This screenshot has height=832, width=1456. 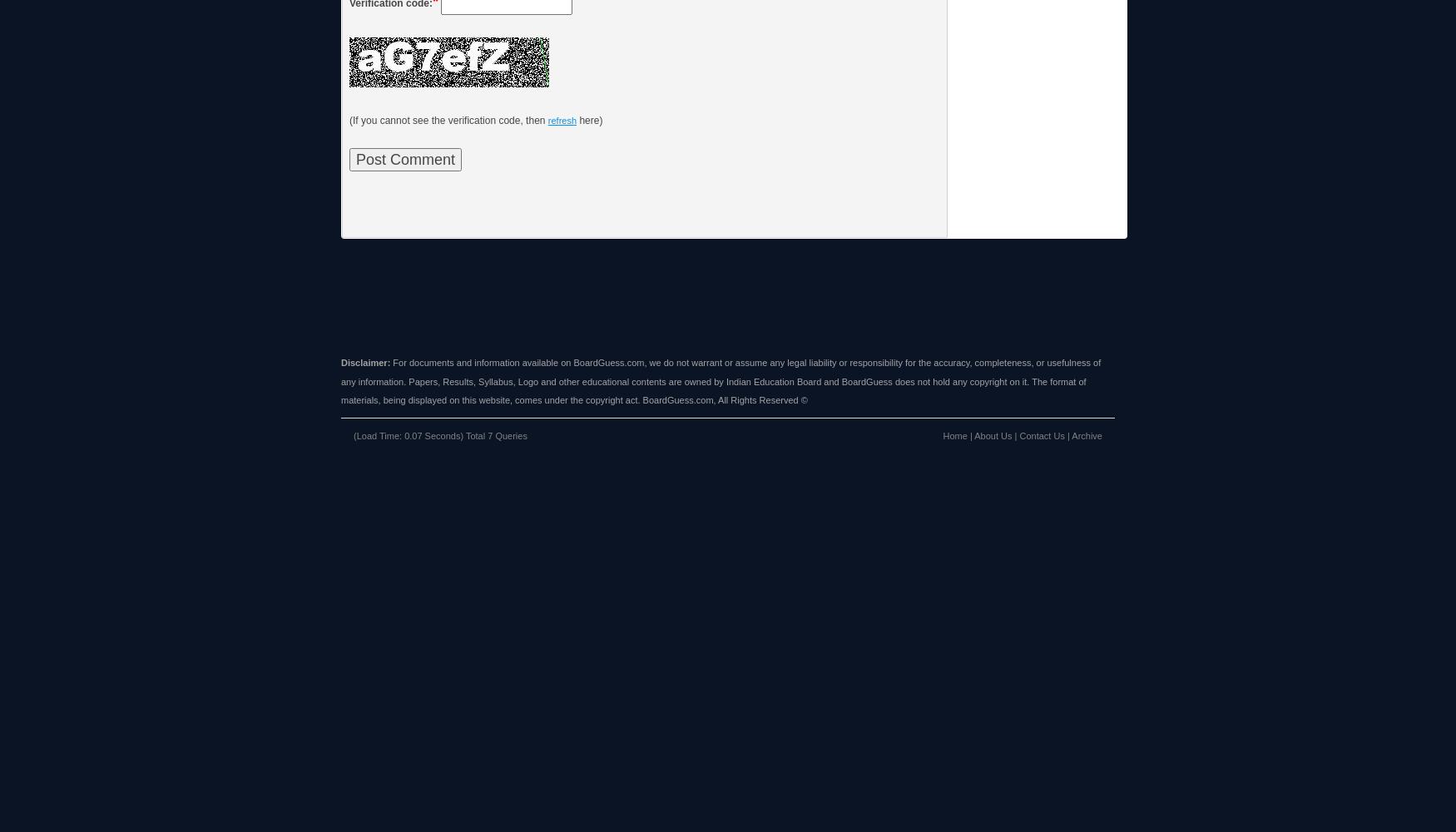 I want to click on 'here)', so click(x=589, y=120).